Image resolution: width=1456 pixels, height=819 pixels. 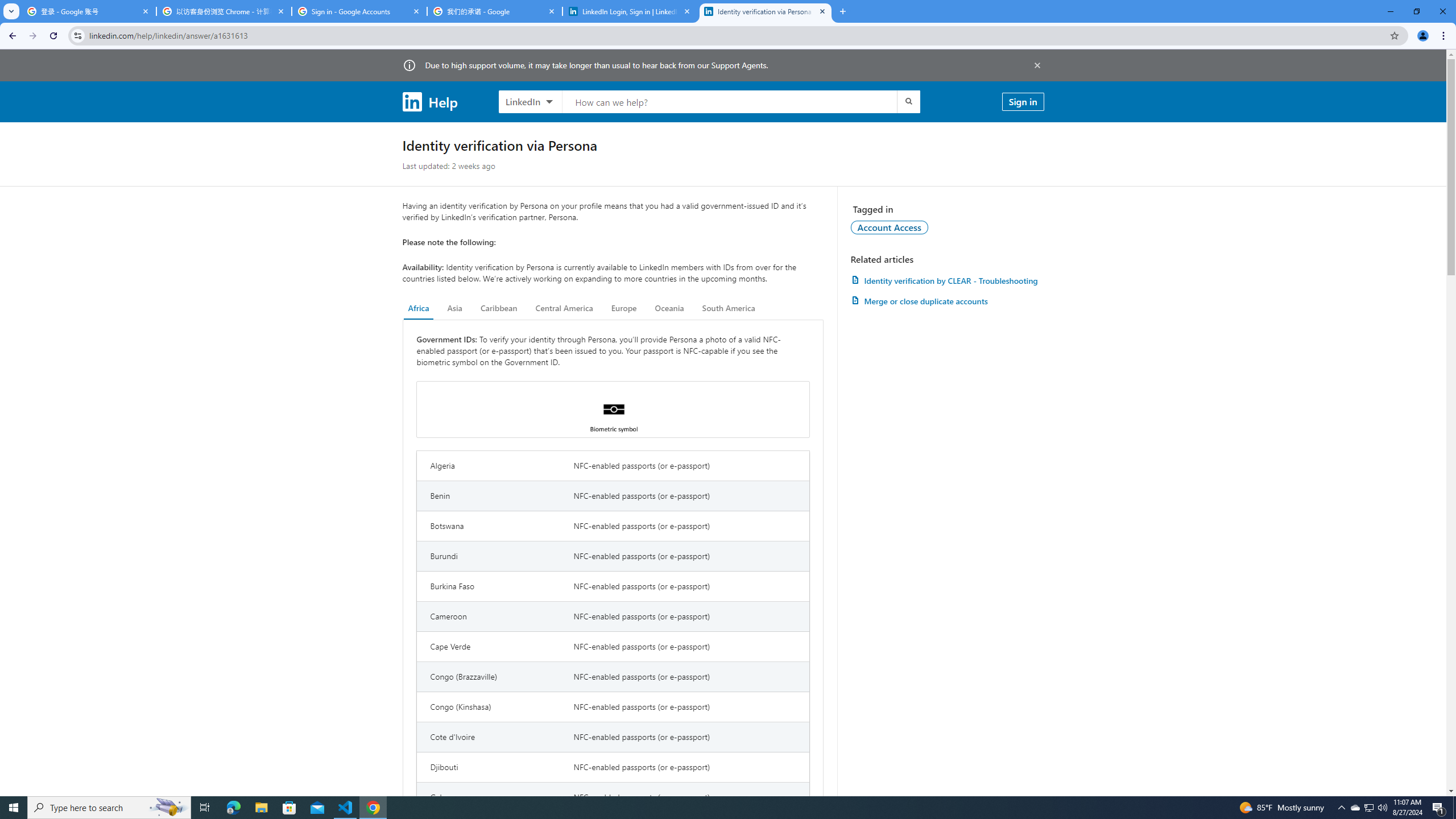 I want to click on 'Identity verification by CLEAR - Troubleshooting', so click(x=946, y=280).